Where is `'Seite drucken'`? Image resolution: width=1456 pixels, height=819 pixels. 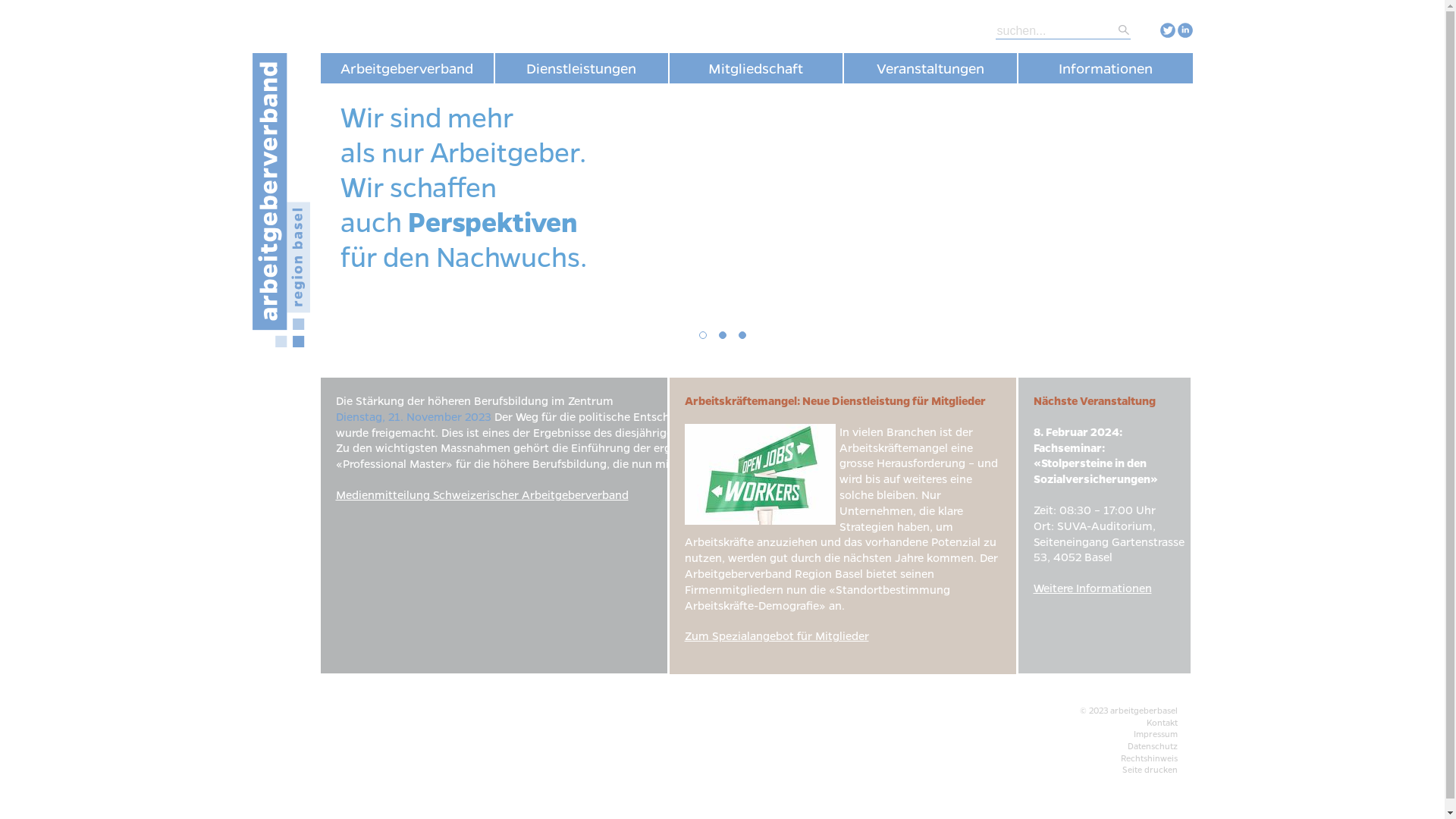 'Seite drucken' is located at coordinates (1150, 769).